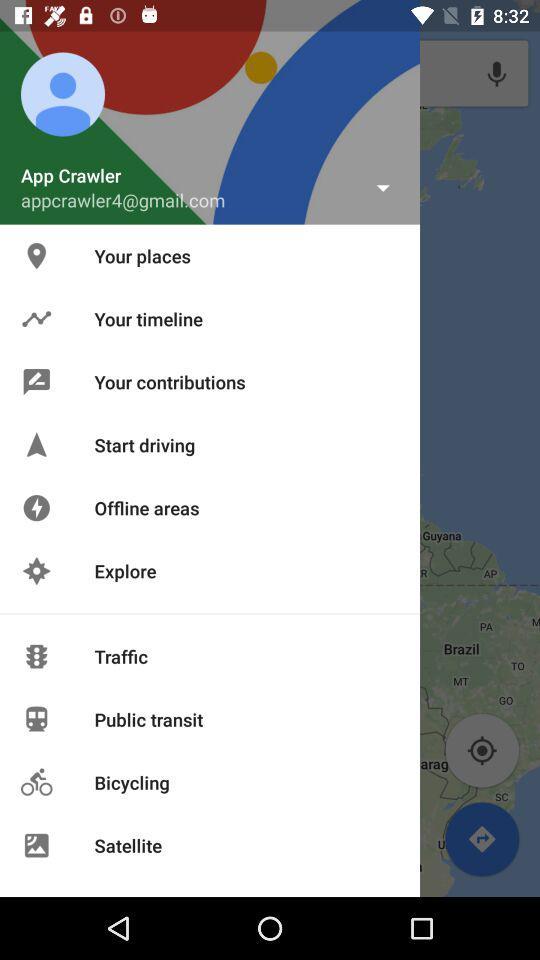  Describe the element at coordinates (481, 750) in the screenshot. I see `go gps` at that location.